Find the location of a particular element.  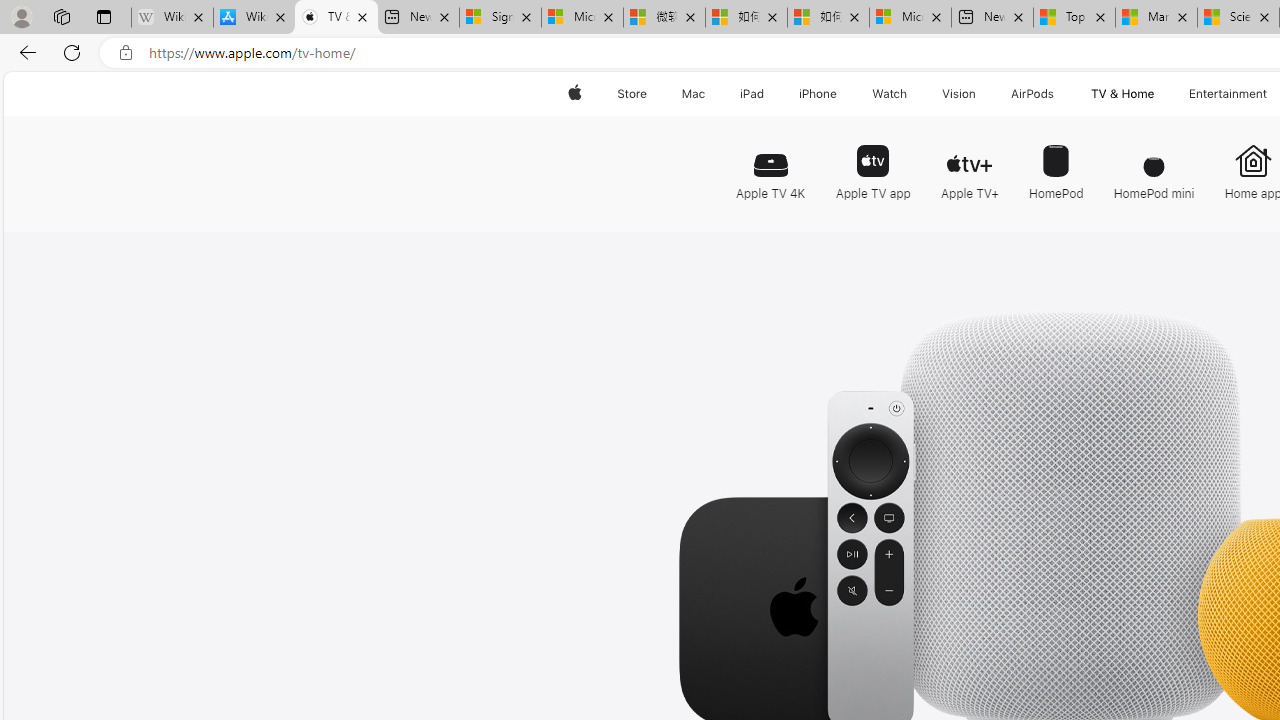

'AirPods menu' is located at coordinates (1057, 93).